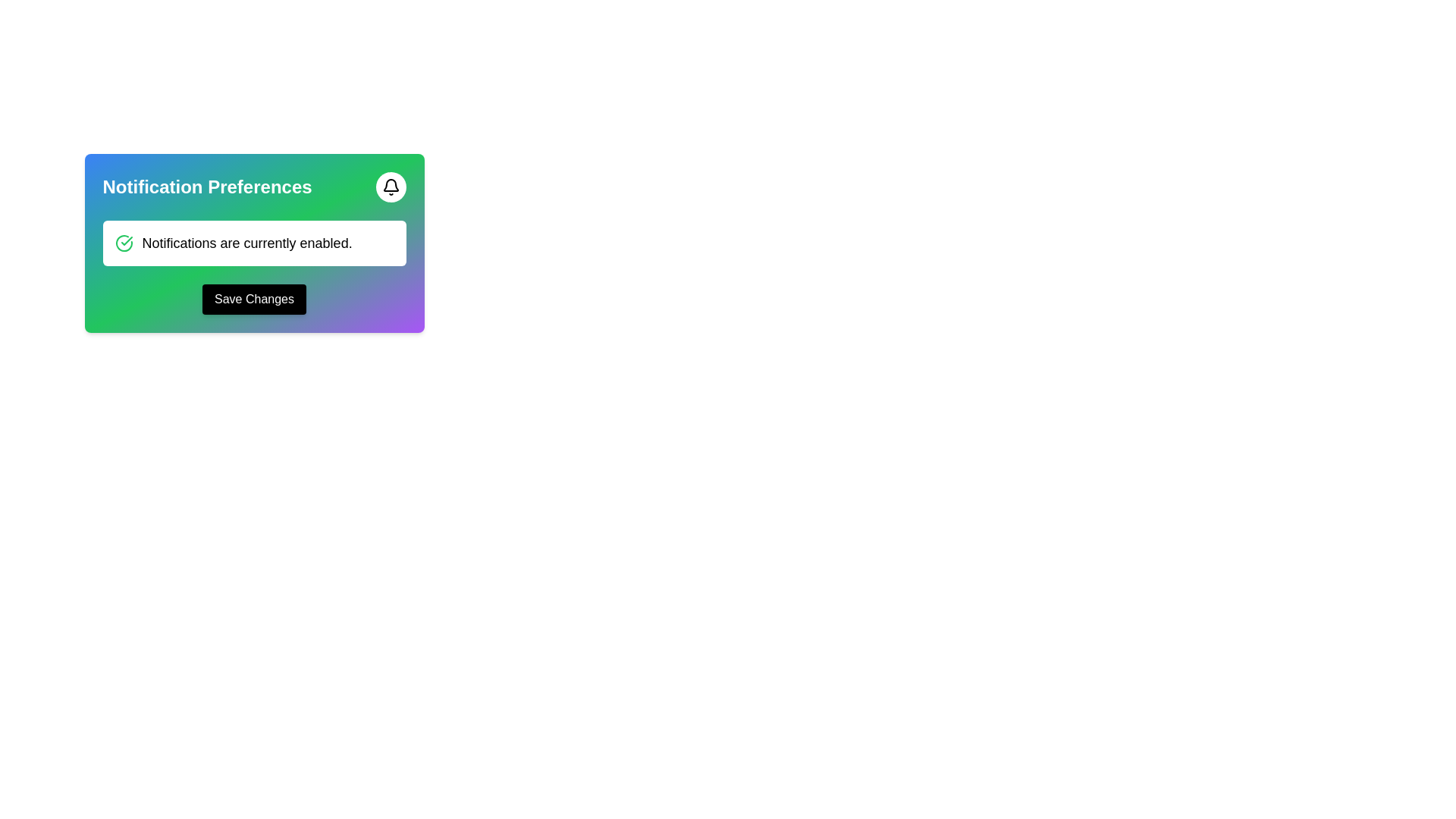 The width and height of the screenshot is (1456, 819). I want to click on the bell icon located in the top-right corner of the notification preference card, so click(391, 186).